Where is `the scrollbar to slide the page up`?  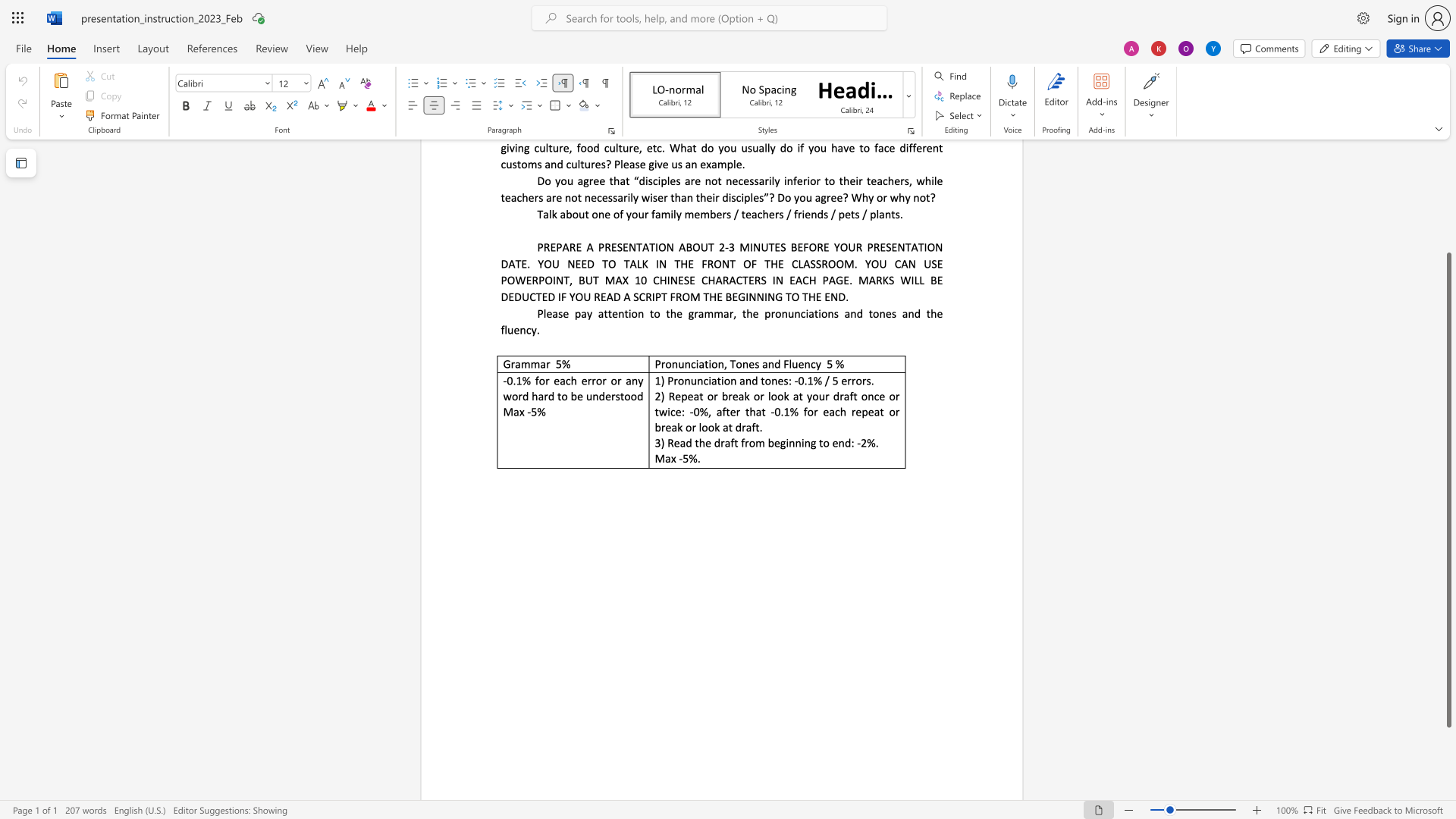
the scrollbar to slide the page up is located at coordinates (1448, 205).